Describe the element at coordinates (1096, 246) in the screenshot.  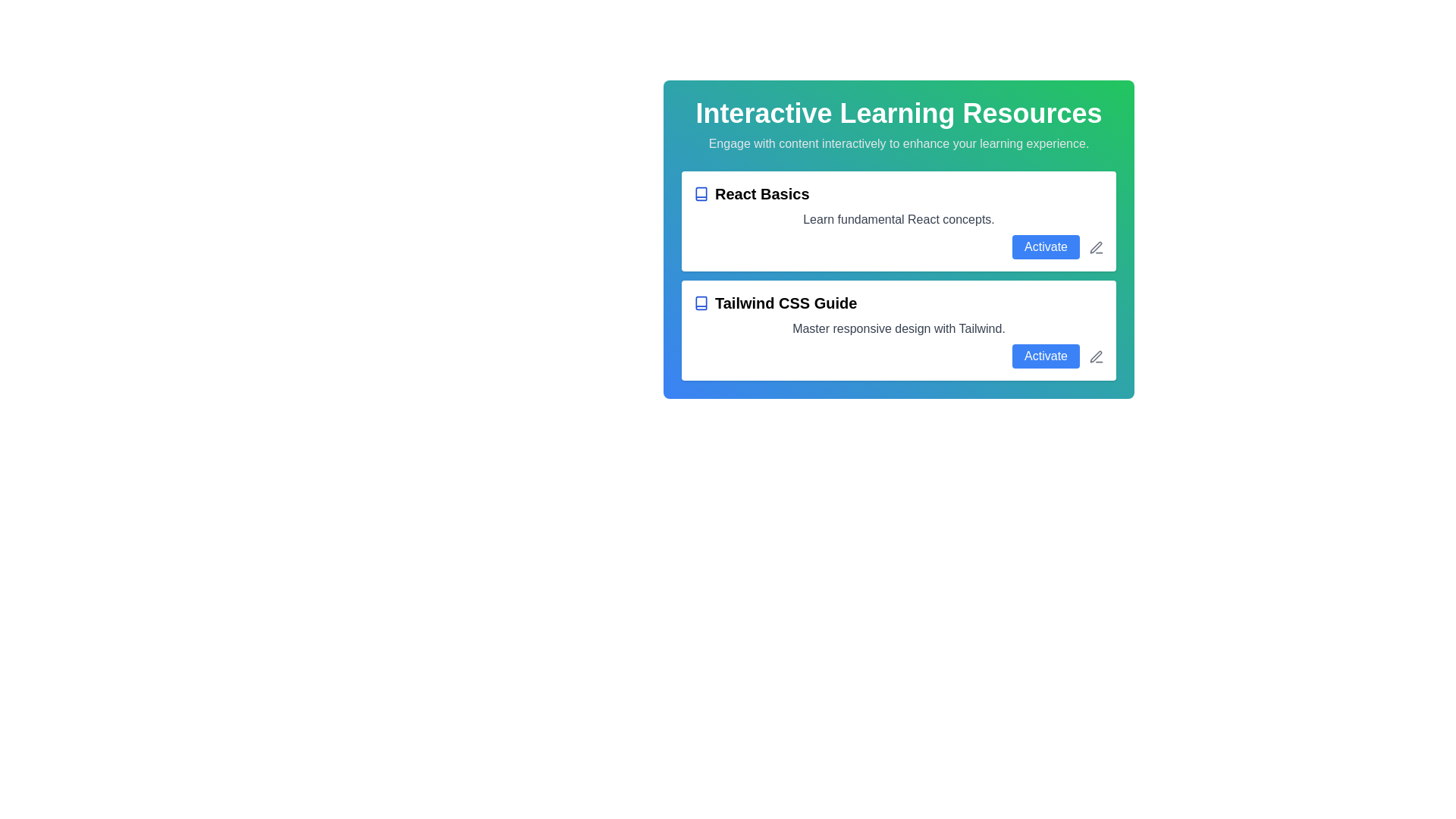
I see `the icon button resembling a pen or edit tool with a gray outline, located beside the 'Activate' button under the 'React Basics' section` at that location.